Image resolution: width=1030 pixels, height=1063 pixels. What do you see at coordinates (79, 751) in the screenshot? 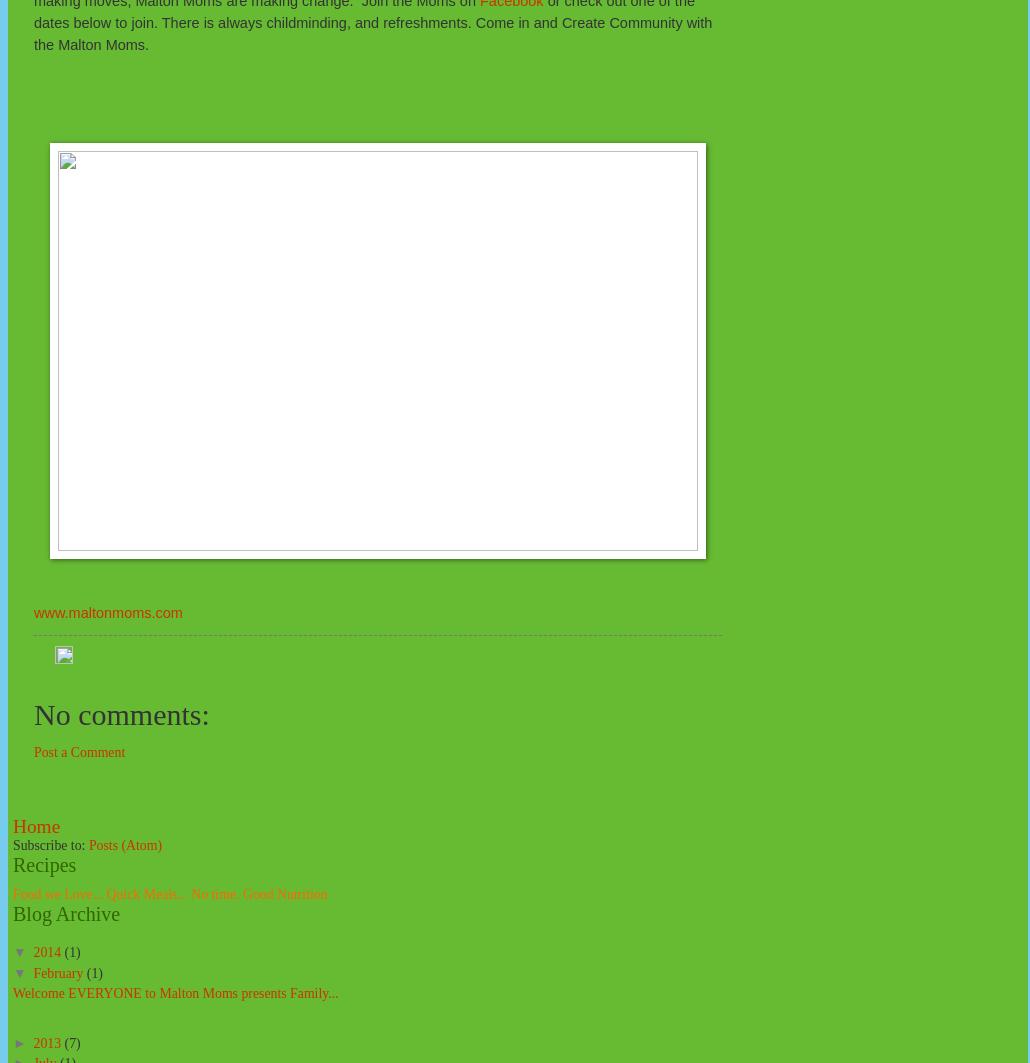
I see `'Post a Comment'` at bounding box center [79, 751].